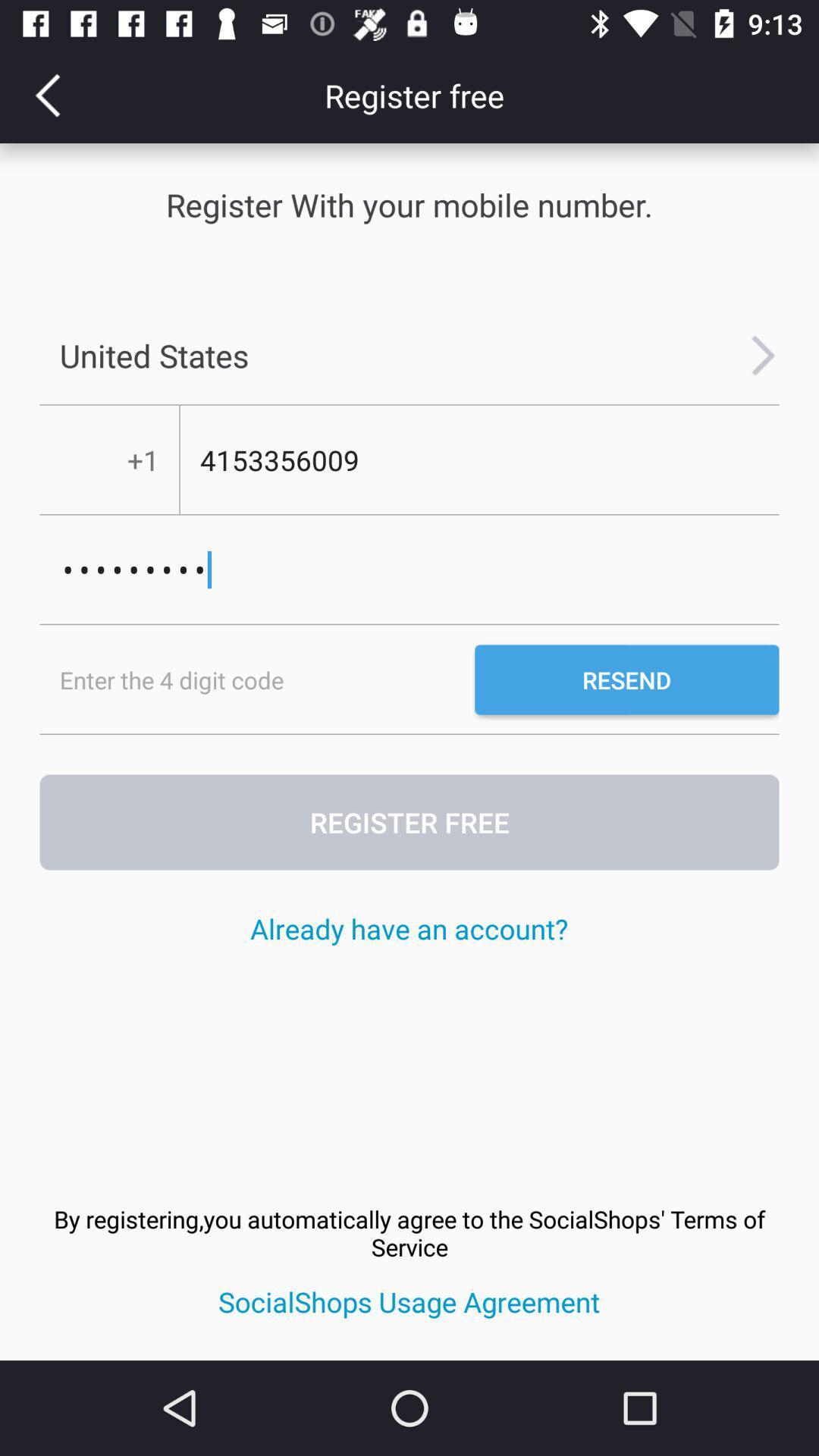  Describe the element at coordinates (256, 679) in the screenshot. I see `pin code` at that location.